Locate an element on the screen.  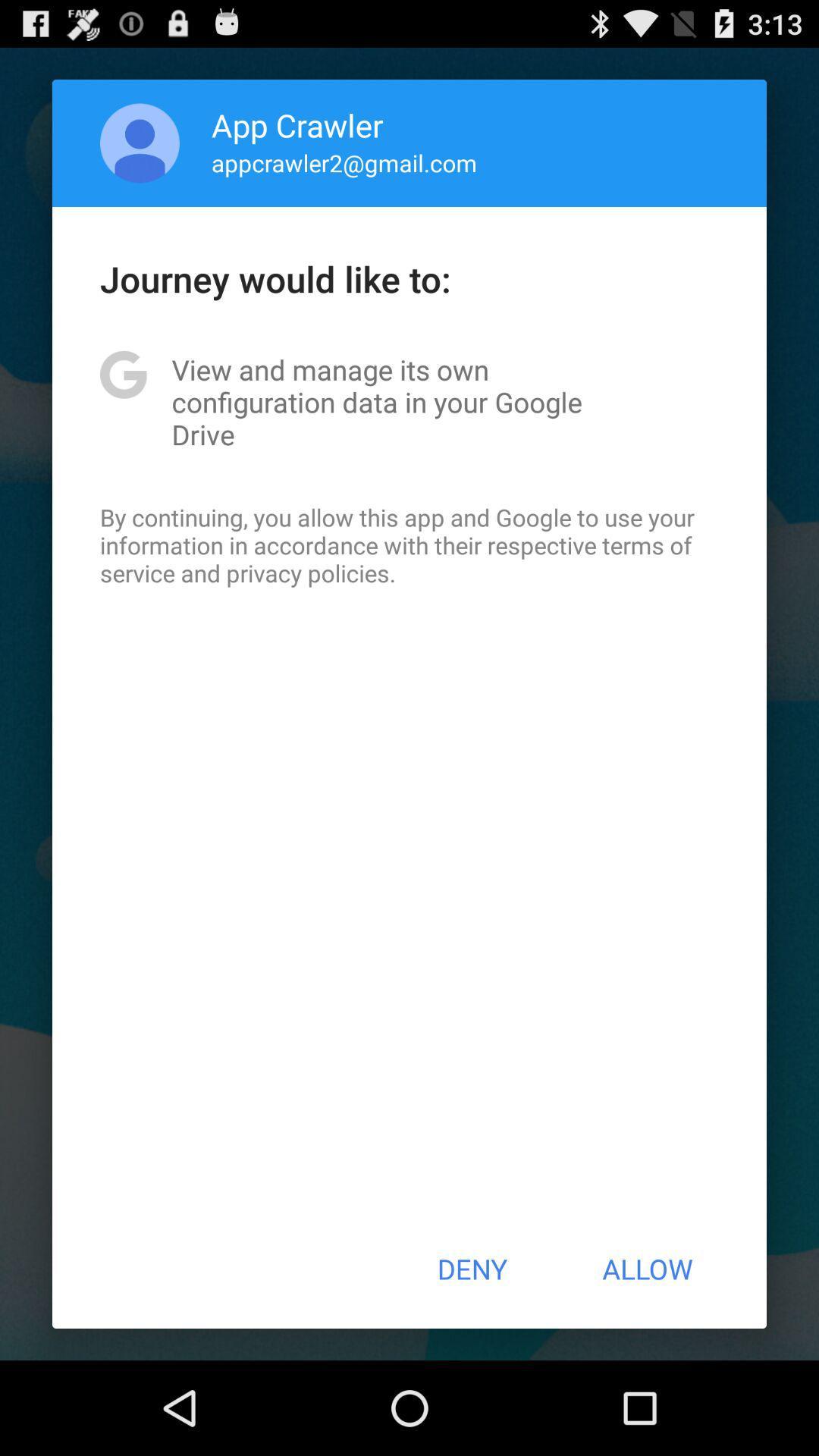
app to the left of app crawler app is located at coordinates (140, 143).